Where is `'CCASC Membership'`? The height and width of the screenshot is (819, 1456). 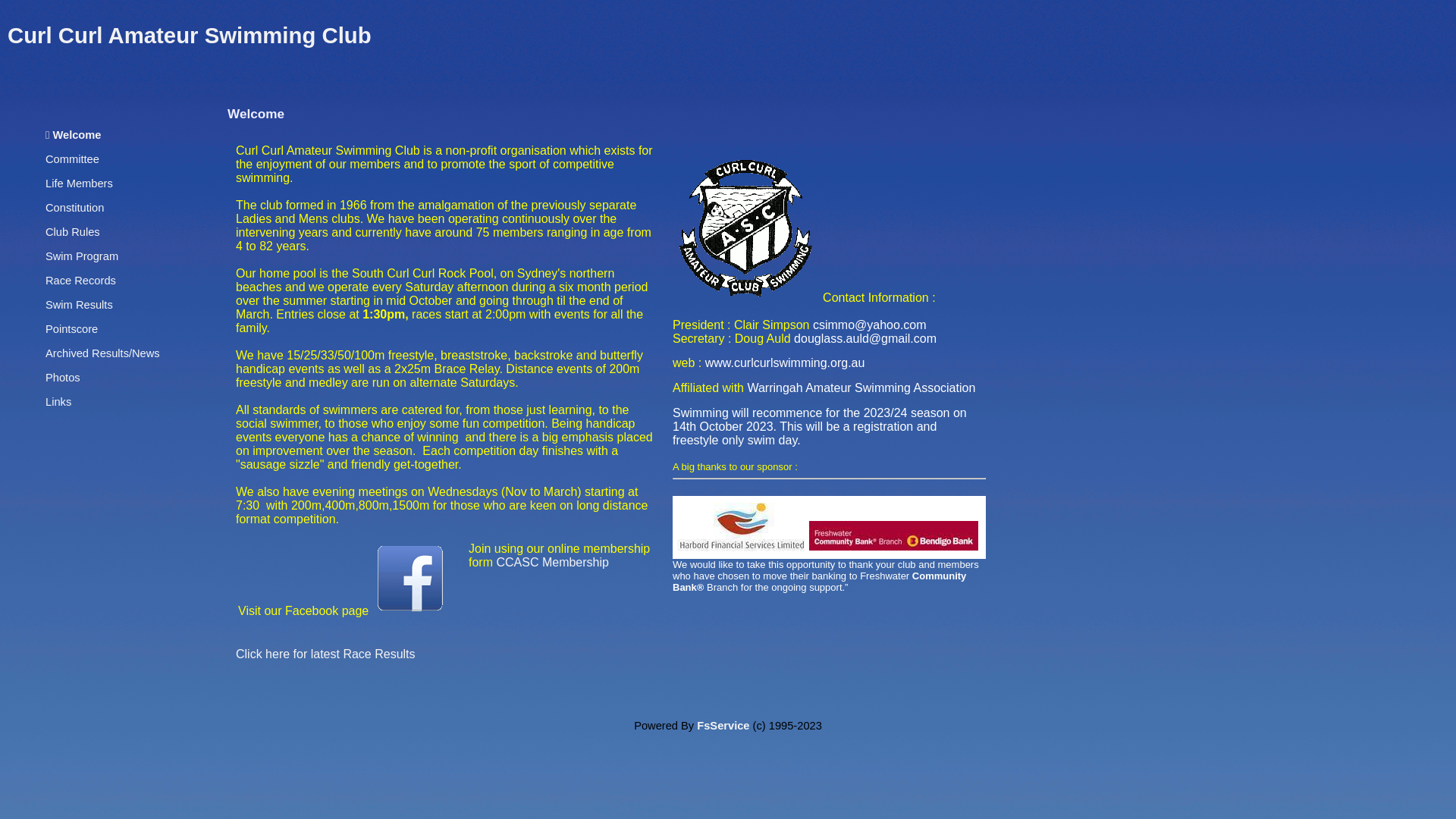 'CCASC Membership' is located at coordinates (551, 562).